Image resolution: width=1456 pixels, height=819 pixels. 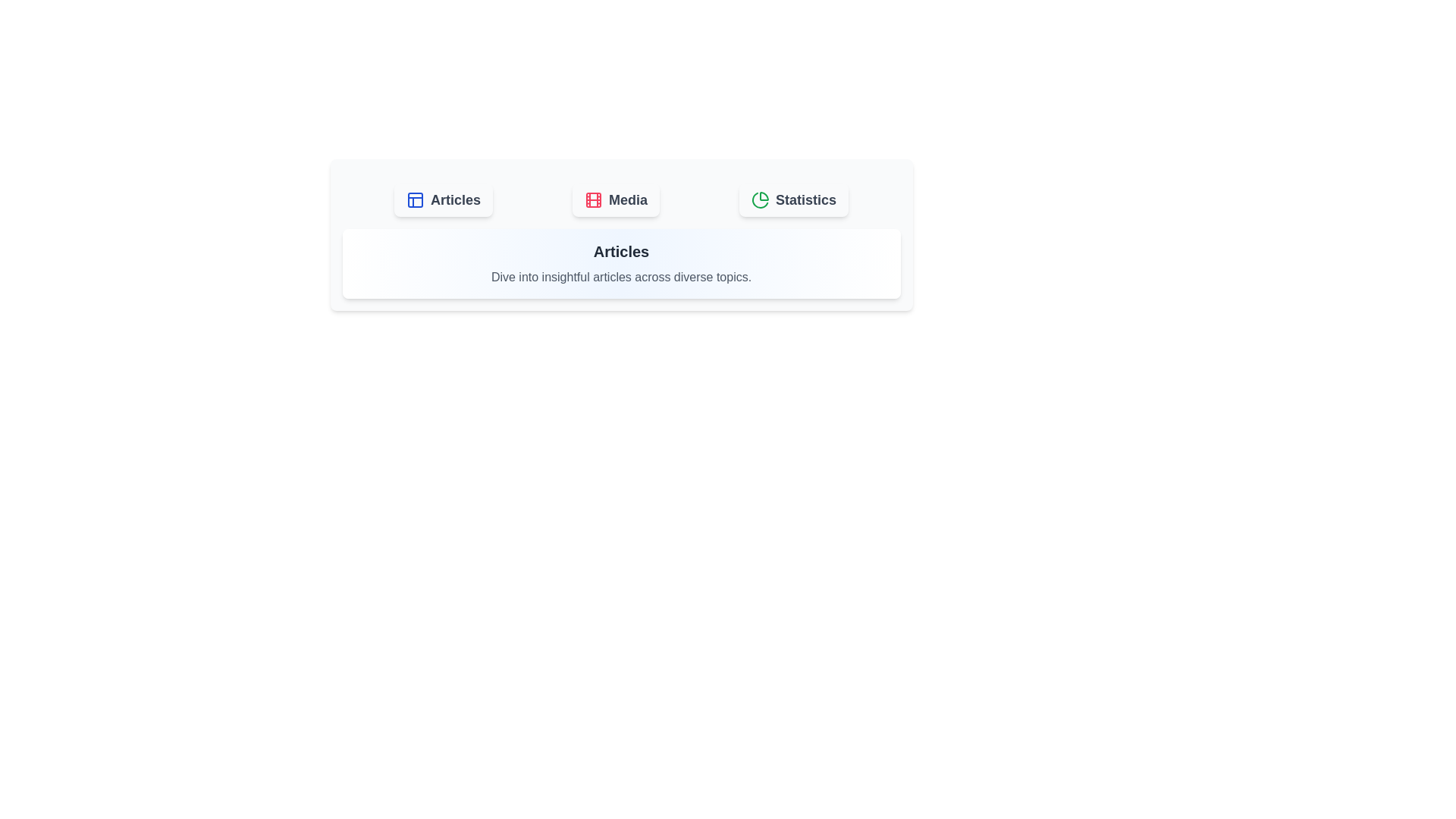 I want to click on the tab labeled Media to see its hover effect, so click(x=616, y=199).